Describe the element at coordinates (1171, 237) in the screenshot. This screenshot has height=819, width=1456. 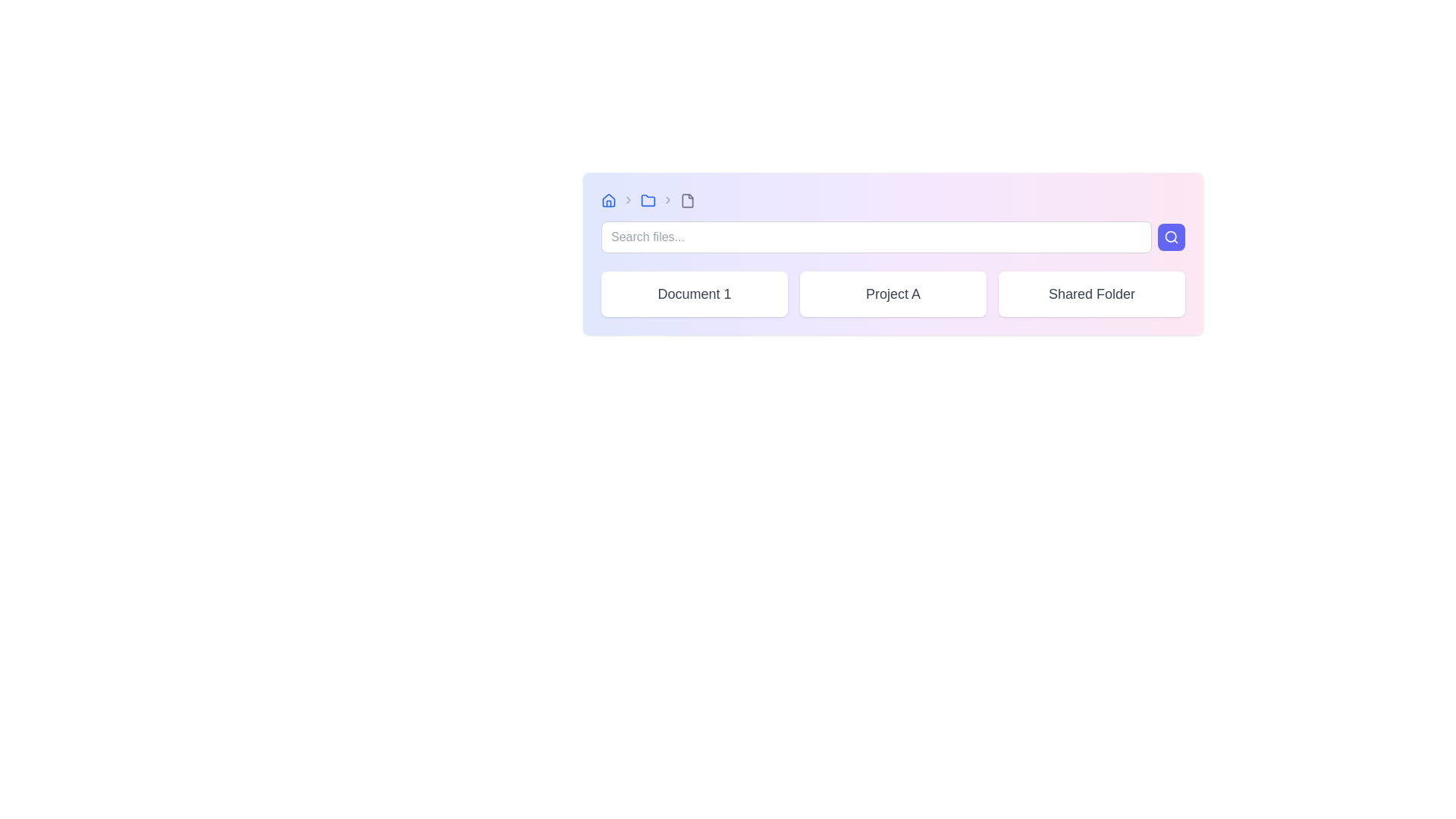
I see `the purple search button with a magnifying glass icon, located immediately to the right of the 'Search files...' input field, to initiate a search` at that location.